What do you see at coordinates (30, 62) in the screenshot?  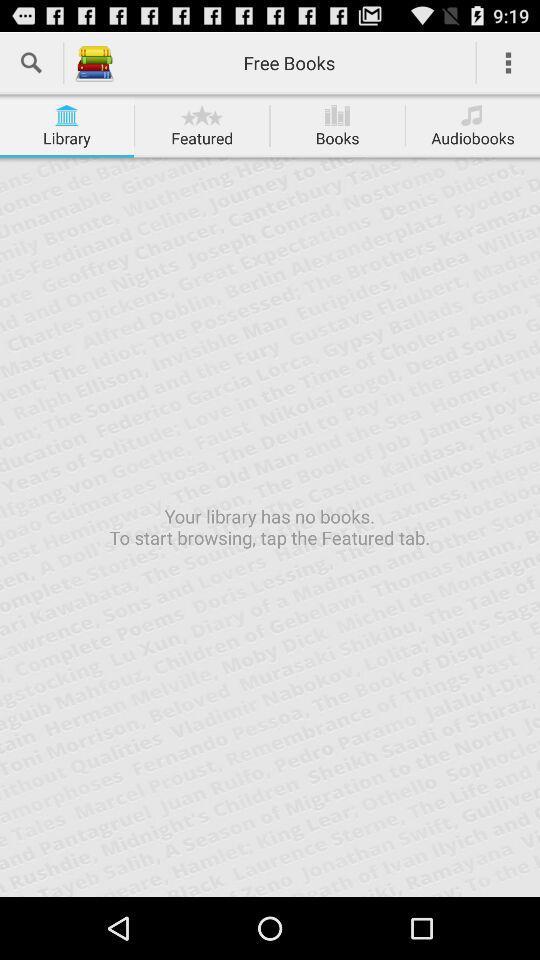 I see `search` at bounding box center [30, 62].